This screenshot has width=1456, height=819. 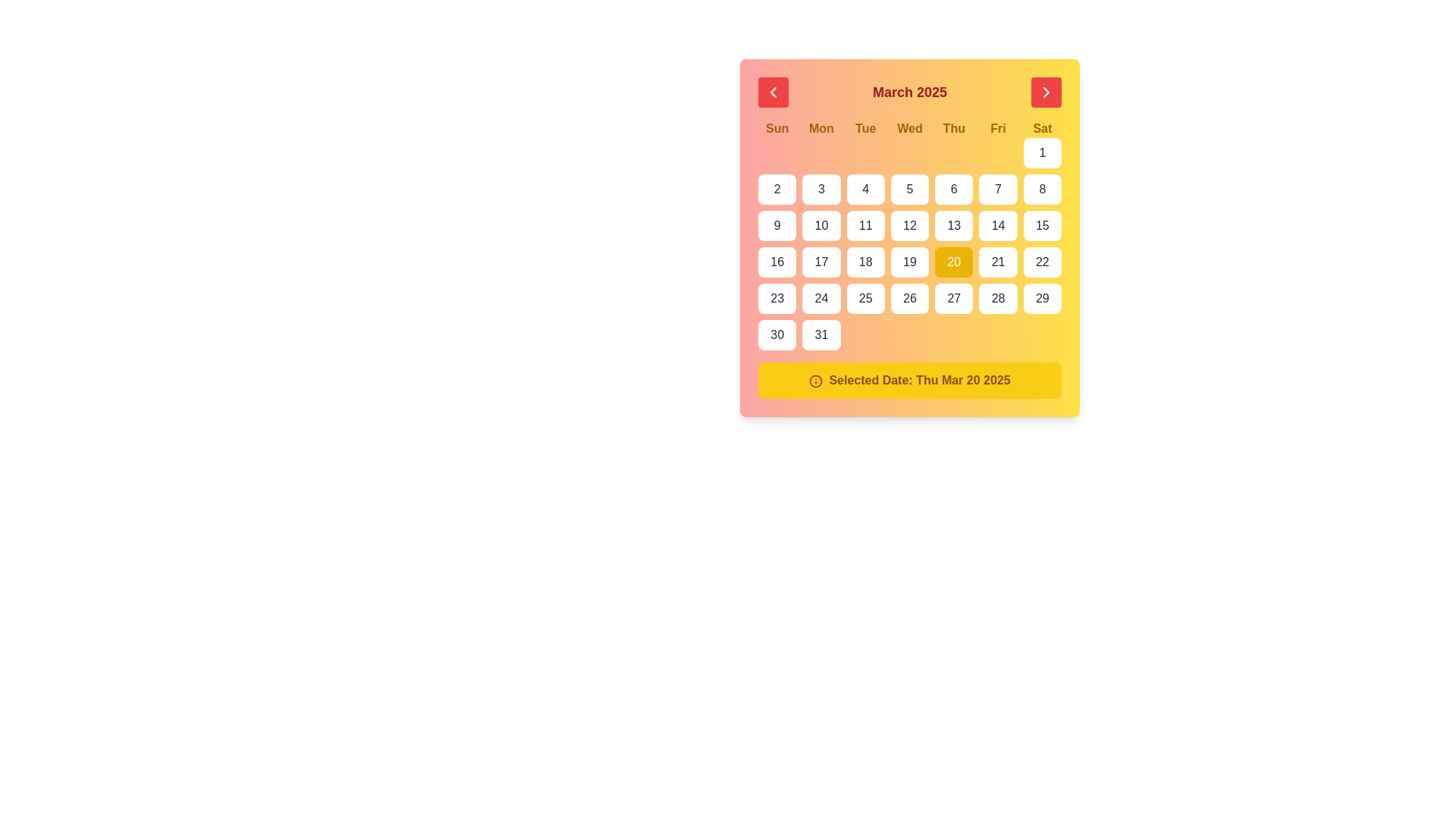 I want to click on the calendar date box displaying the number '15', so click(x=1041, y=225).